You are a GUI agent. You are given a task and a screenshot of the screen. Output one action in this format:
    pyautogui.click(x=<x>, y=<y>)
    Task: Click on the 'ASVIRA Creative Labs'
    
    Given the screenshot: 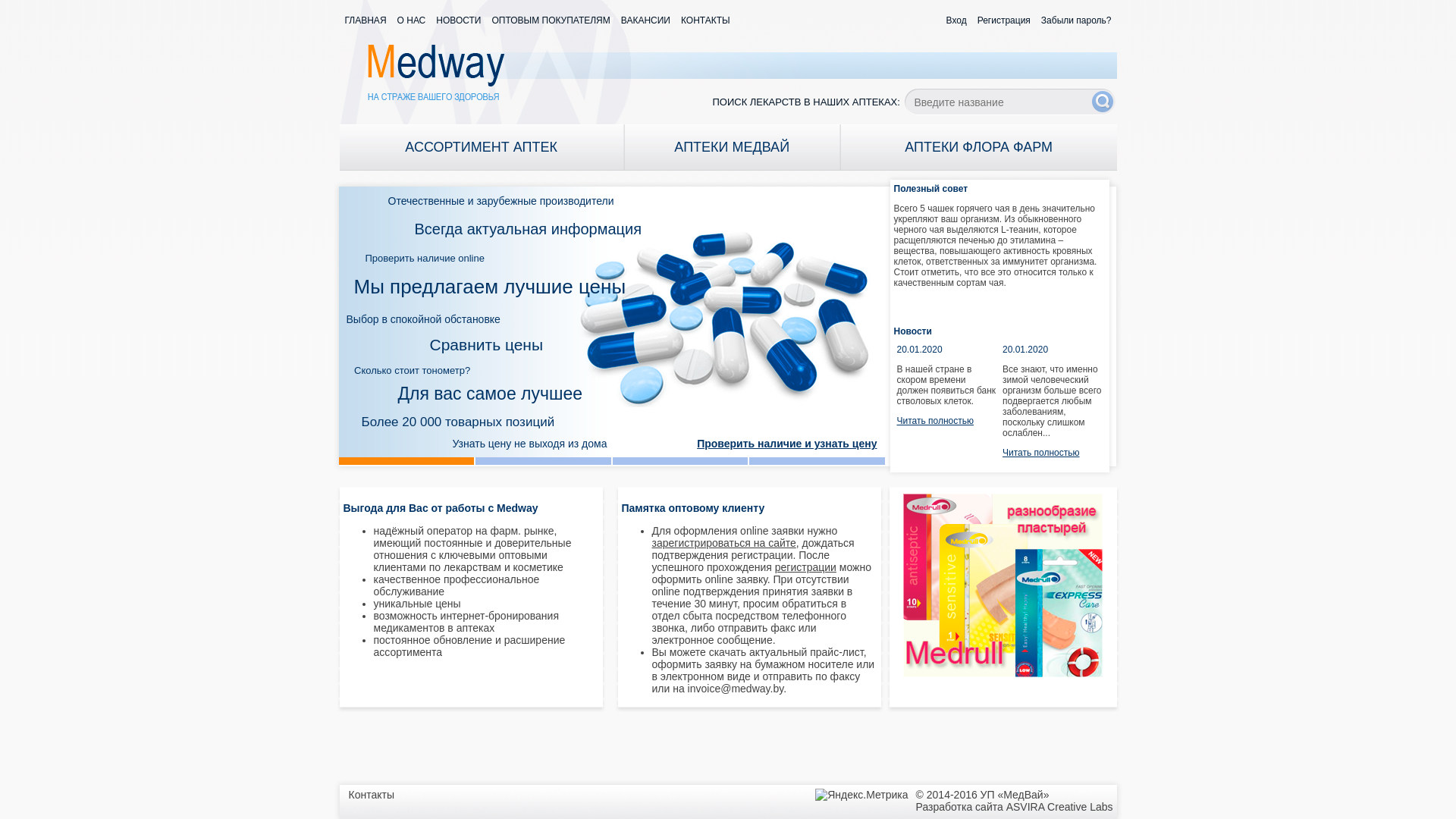 What is the action you would take?
    pyautogui.click(x=1059, y=806)
    